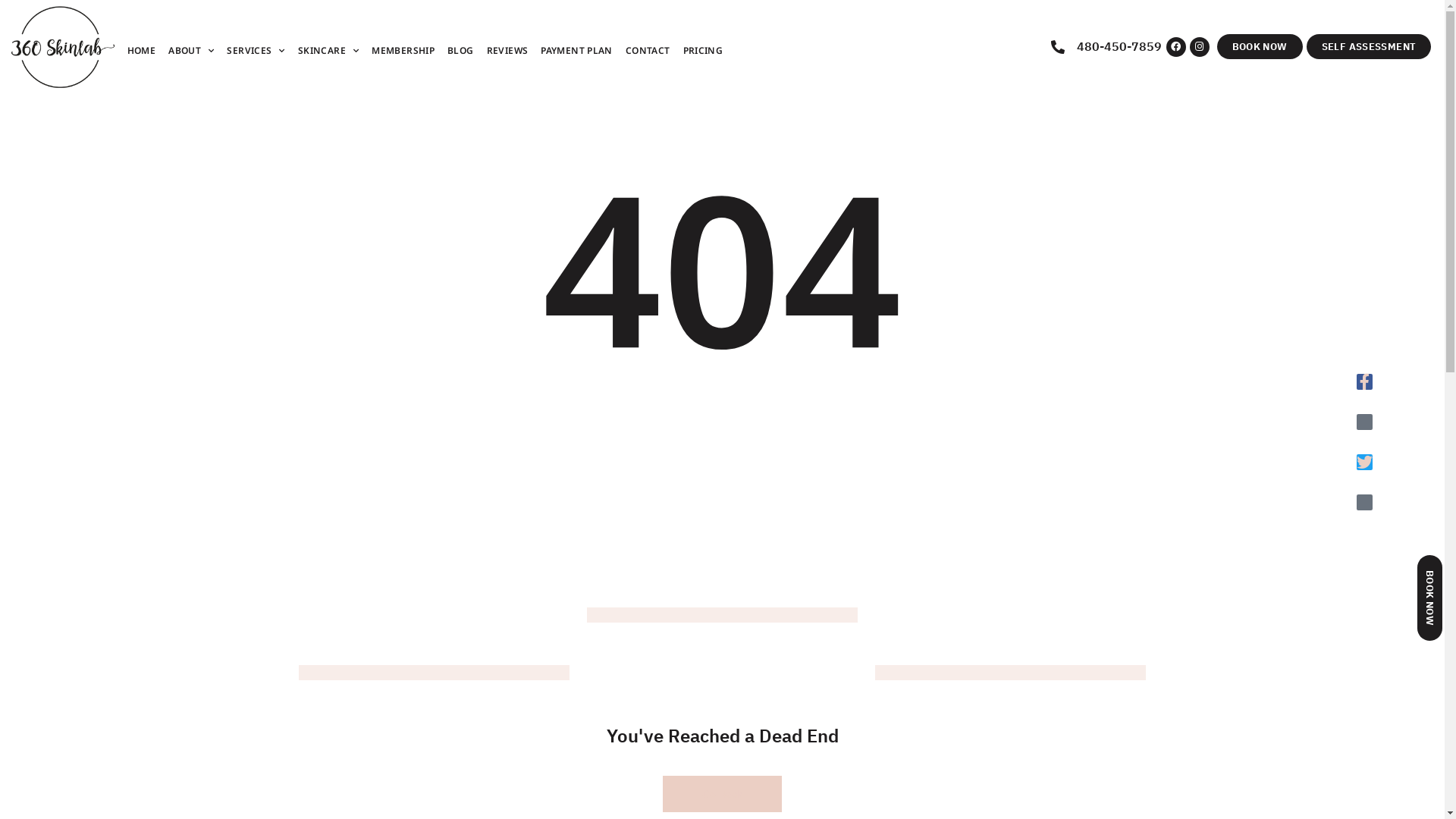 The width and height of the screenshot is (1456, 819). Describe the element at coordinates (403, 49) in the screenshot. I see `'MEMBERSHIP'` at that location.